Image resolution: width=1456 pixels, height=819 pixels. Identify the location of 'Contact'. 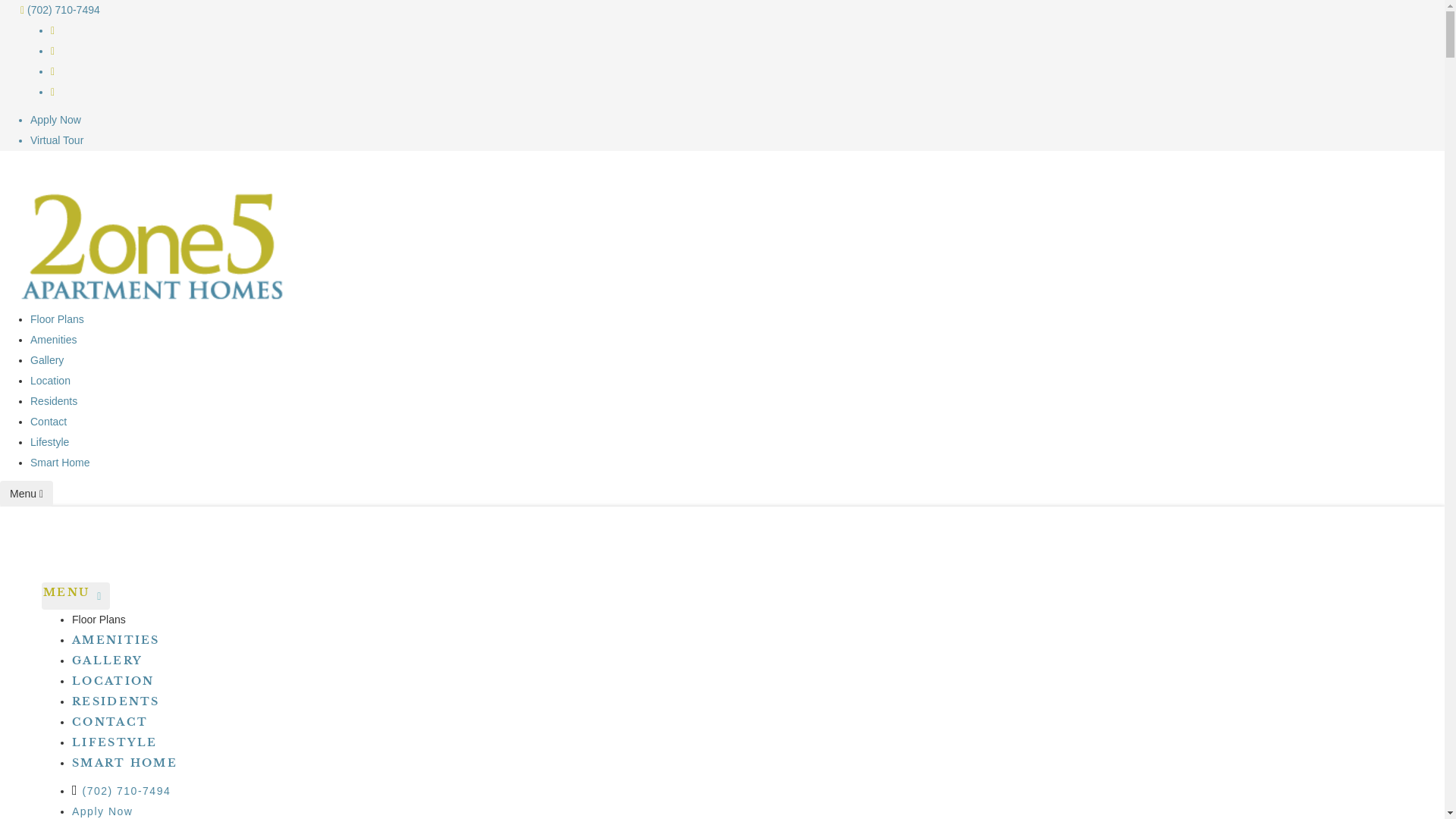
(48, 421).